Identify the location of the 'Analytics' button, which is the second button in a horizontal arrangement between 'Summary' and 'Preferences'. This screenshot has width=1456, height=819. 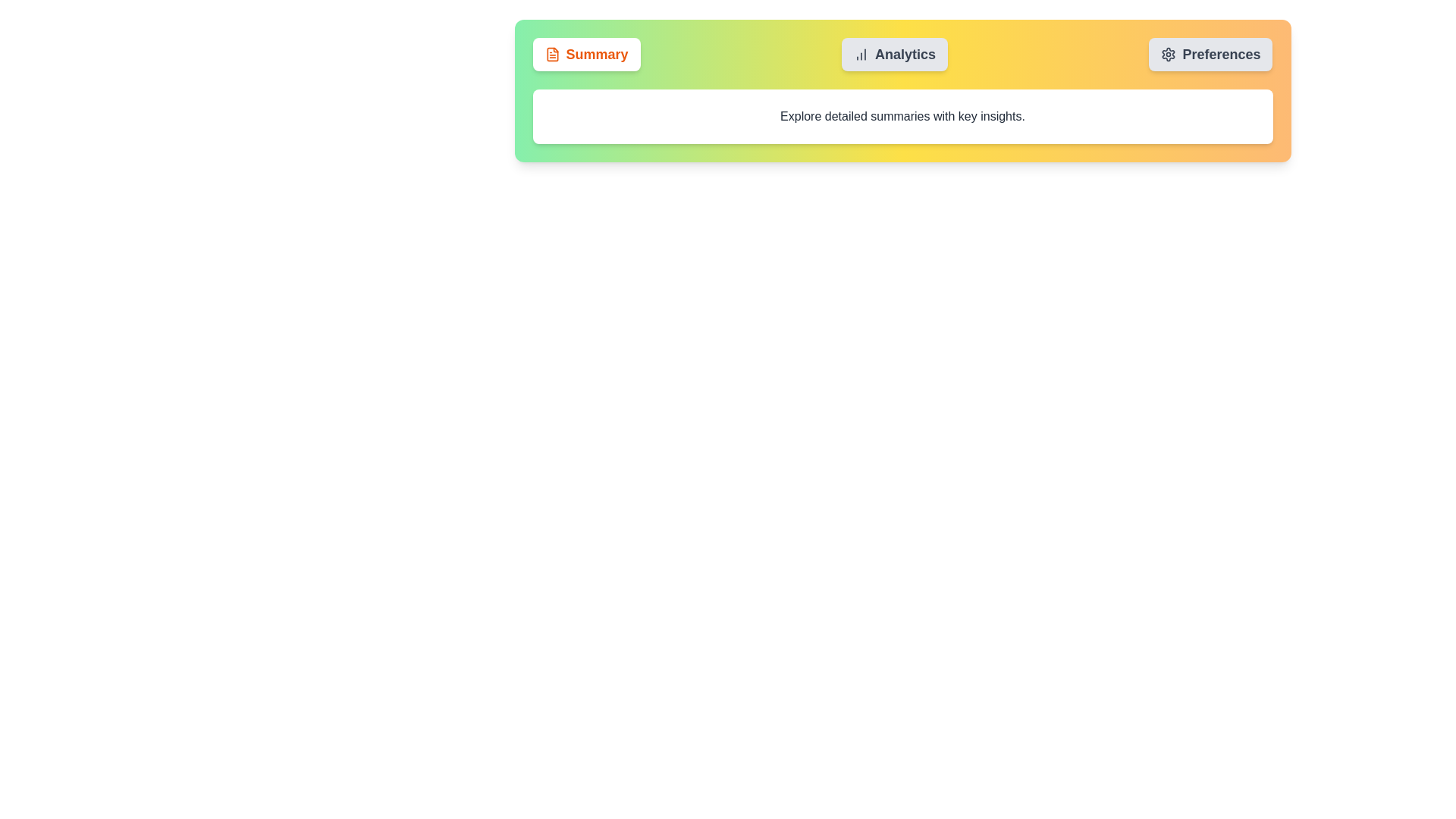
(902, 54).